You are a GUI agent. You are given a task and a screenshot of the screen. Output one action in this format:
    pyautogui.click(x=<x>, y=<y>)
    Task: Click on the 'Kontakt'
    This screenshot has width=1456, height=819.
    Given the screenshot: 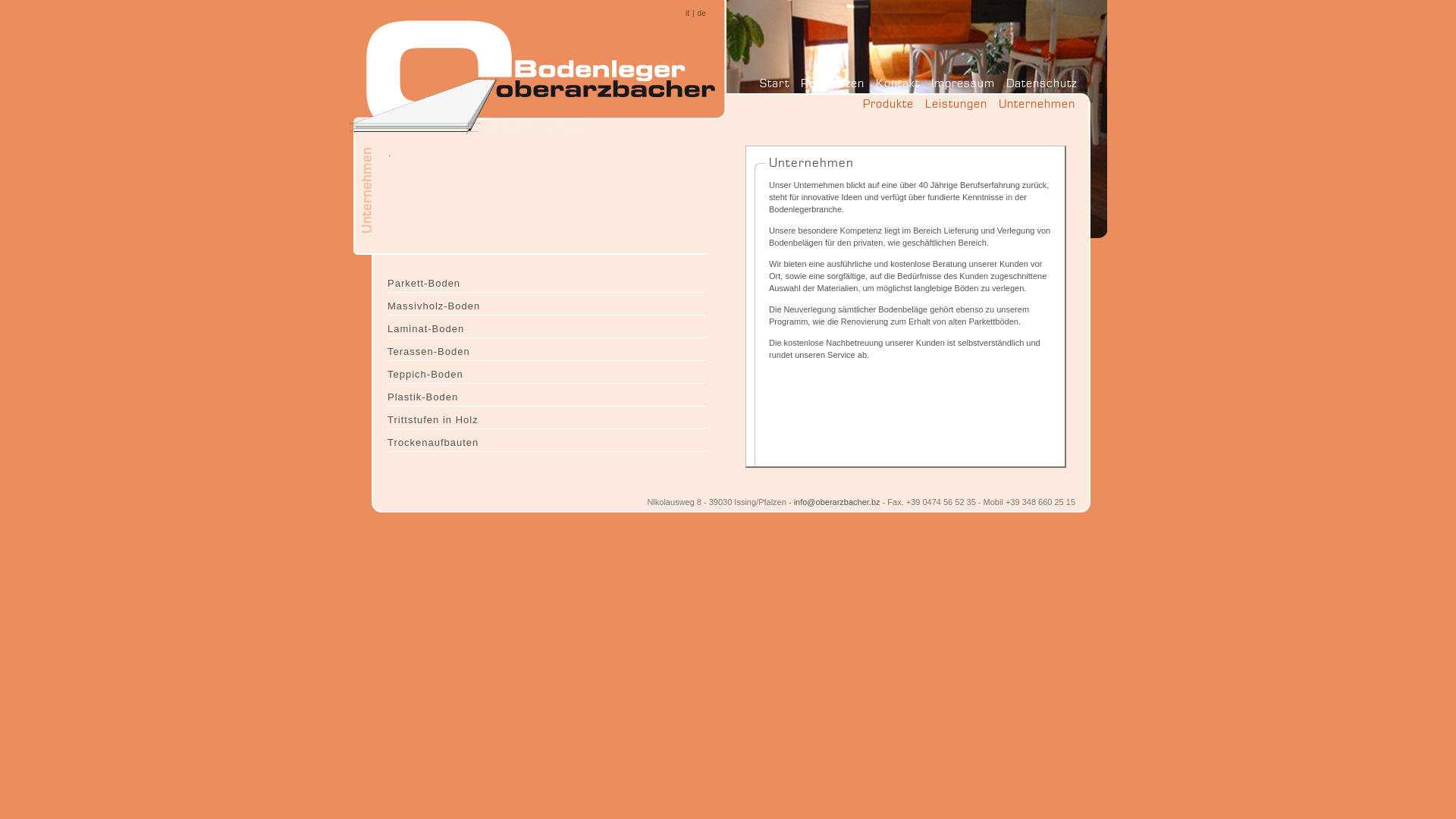 What is the action you would take?
    pyautogui.click(x=898, y=83)
    